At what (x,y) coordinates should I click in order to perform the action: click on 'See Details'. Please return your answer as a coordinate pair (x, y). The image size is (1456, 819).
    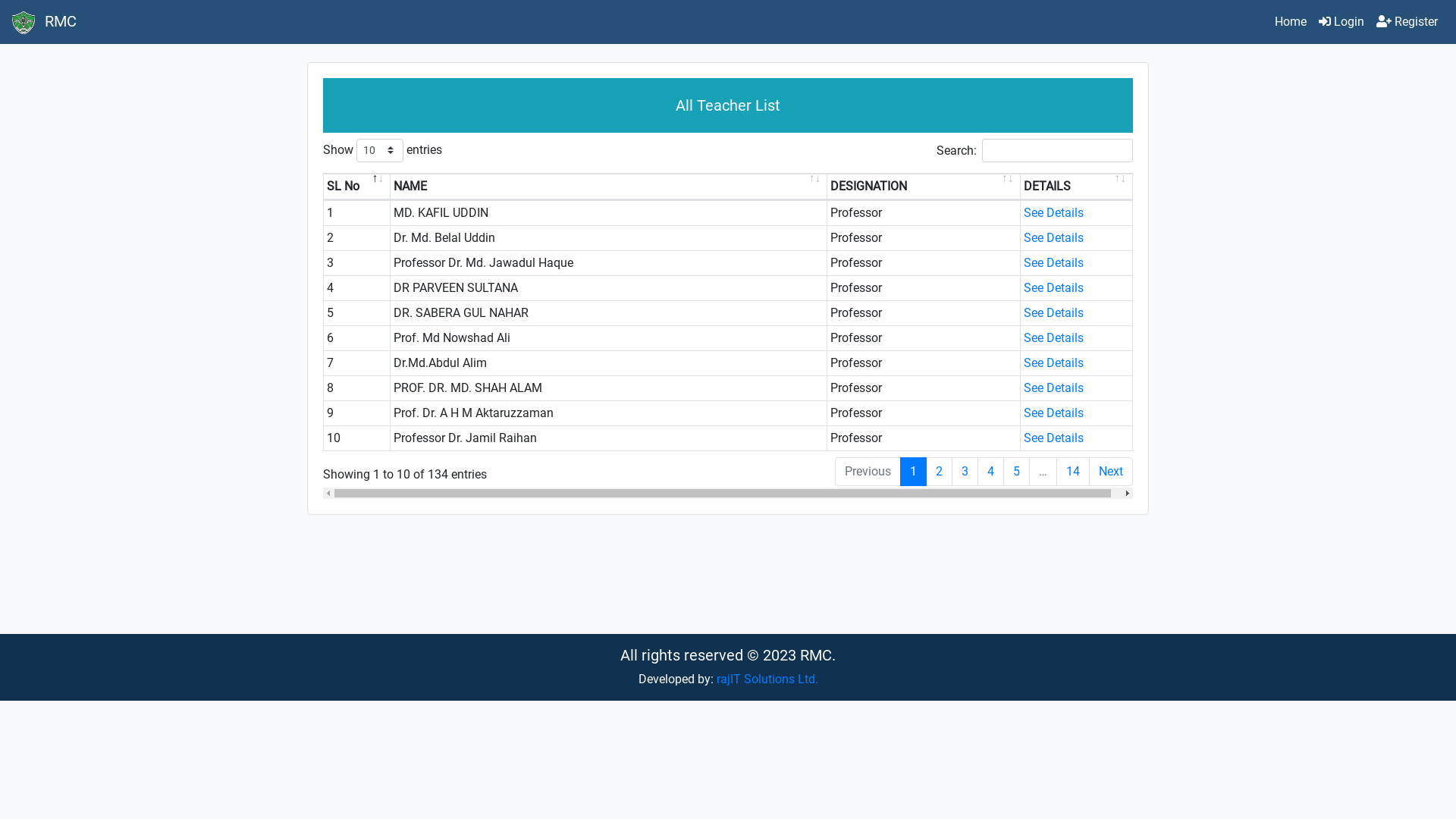
    Looking at the image, I should click on (1053, 262).